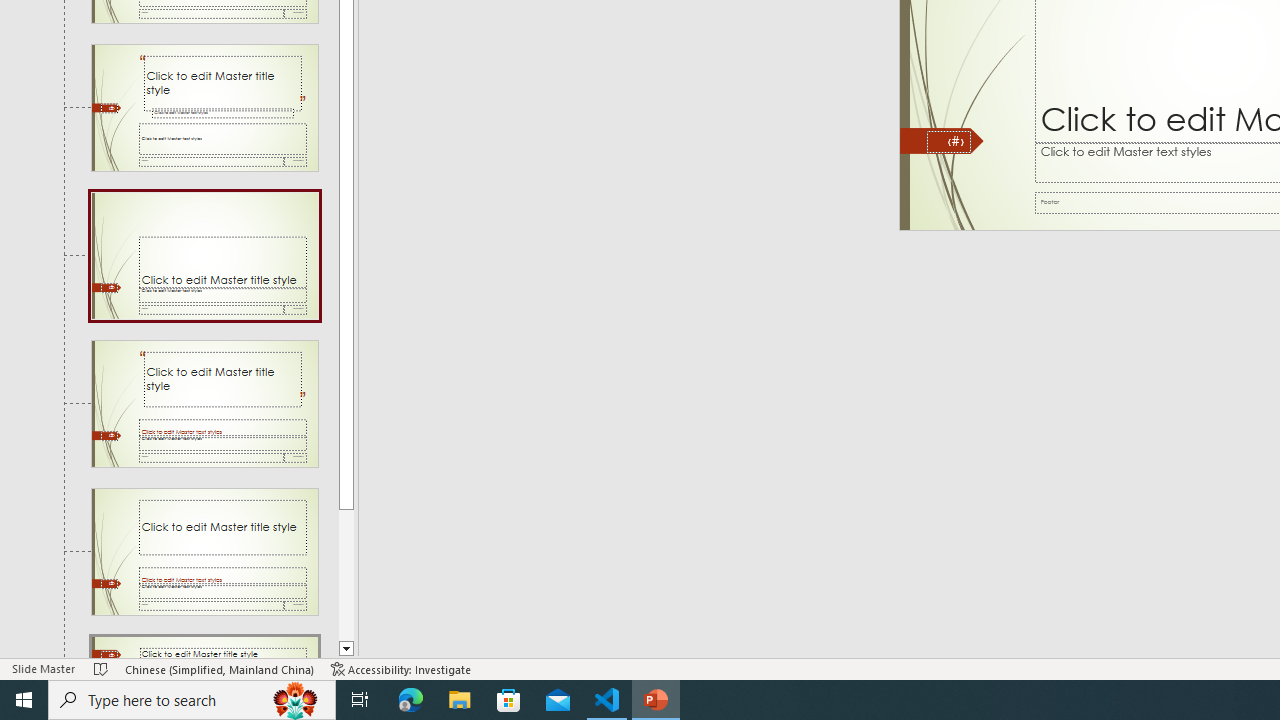 The width and height of the screenshot is (1280, 720). Describe the element at coordinates (941, 140) in the screenshot. I see `'Freeform 11'` at that location.